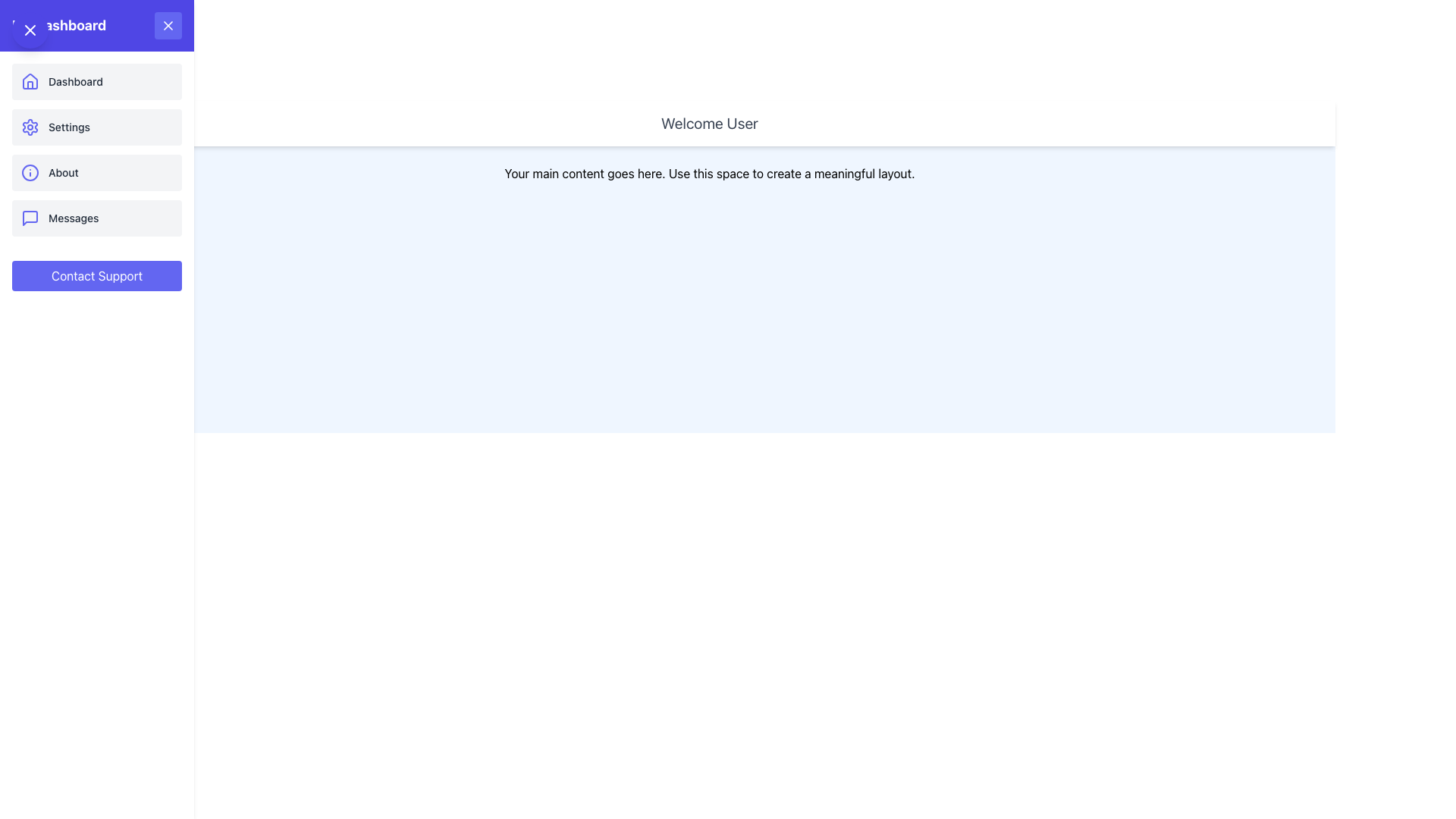  What do you see at coordinates (709, 122) in the screenshot?
I see `the static text label displaying 'Welcome User' located at the top center of the interface, below the navigation bar` at bounding box center [709, 122].